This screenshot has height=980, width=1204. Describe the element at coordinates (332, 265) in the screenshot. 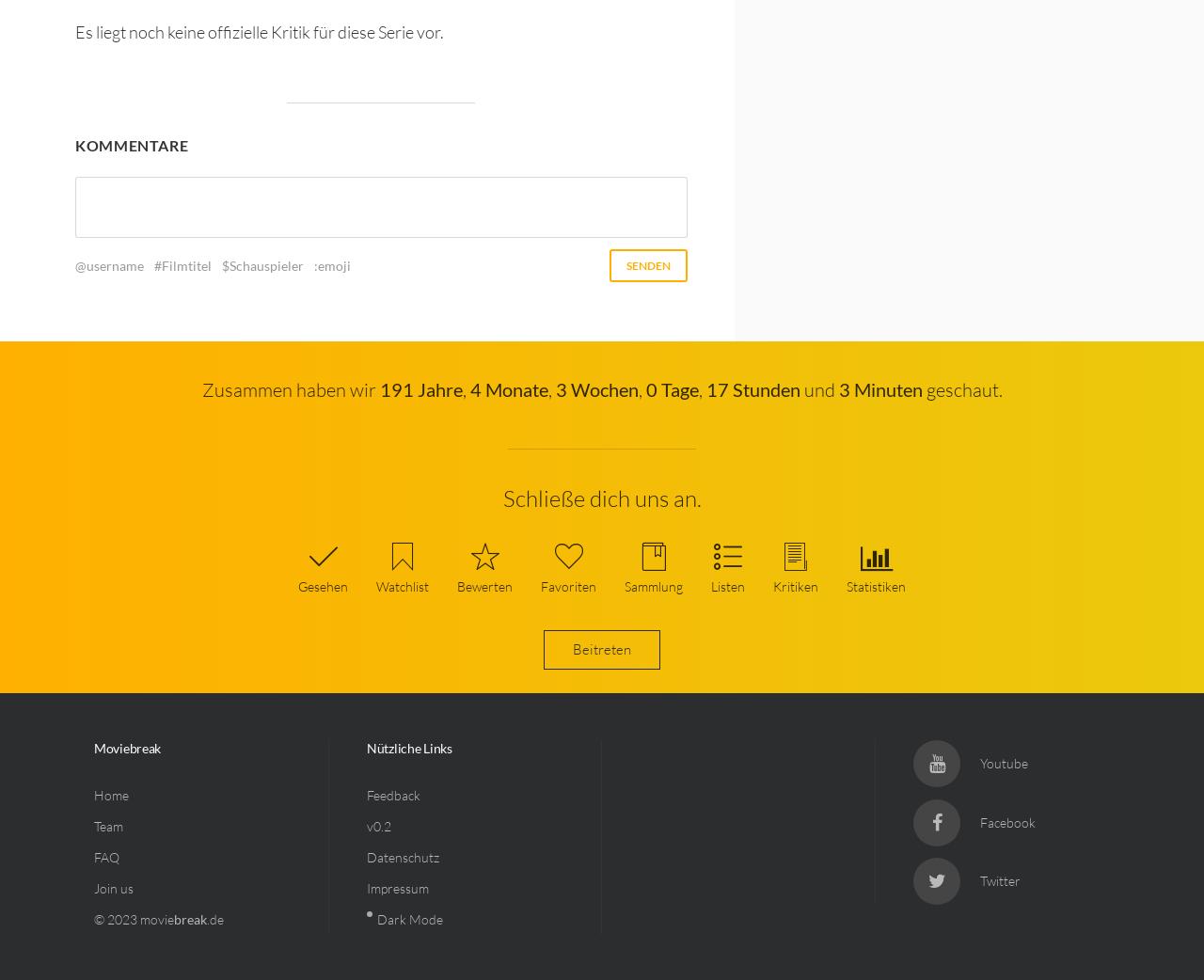

I see `':emoji'` at that location.